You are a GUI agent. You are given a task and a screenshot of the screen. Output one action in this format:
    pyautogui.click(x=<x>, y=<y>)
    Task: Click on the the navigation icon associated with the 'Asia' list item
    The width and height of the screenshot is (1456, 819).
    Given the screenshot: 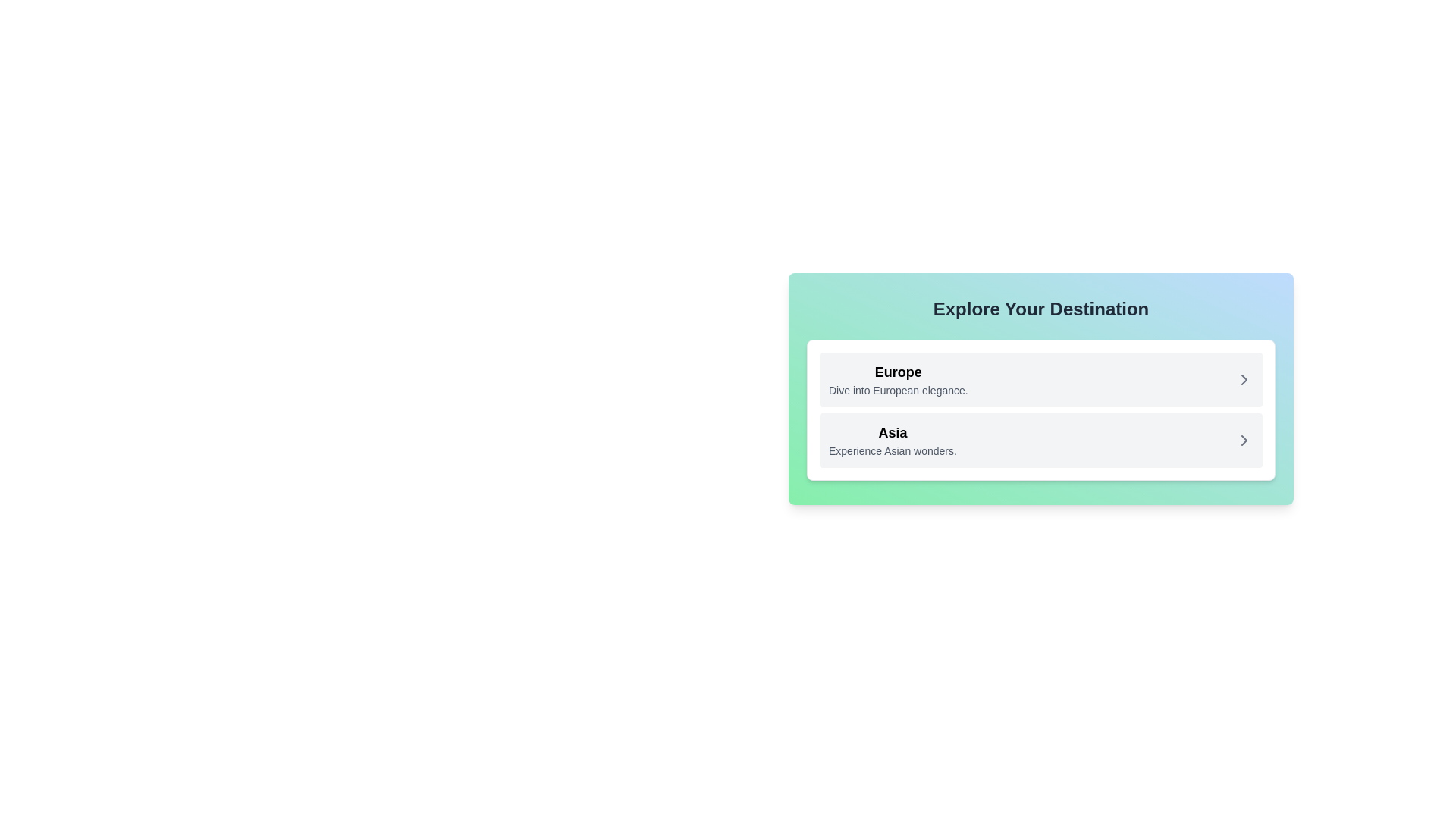 What is the action you would take?
    pyautogui.click(x=1244, y=441)
    